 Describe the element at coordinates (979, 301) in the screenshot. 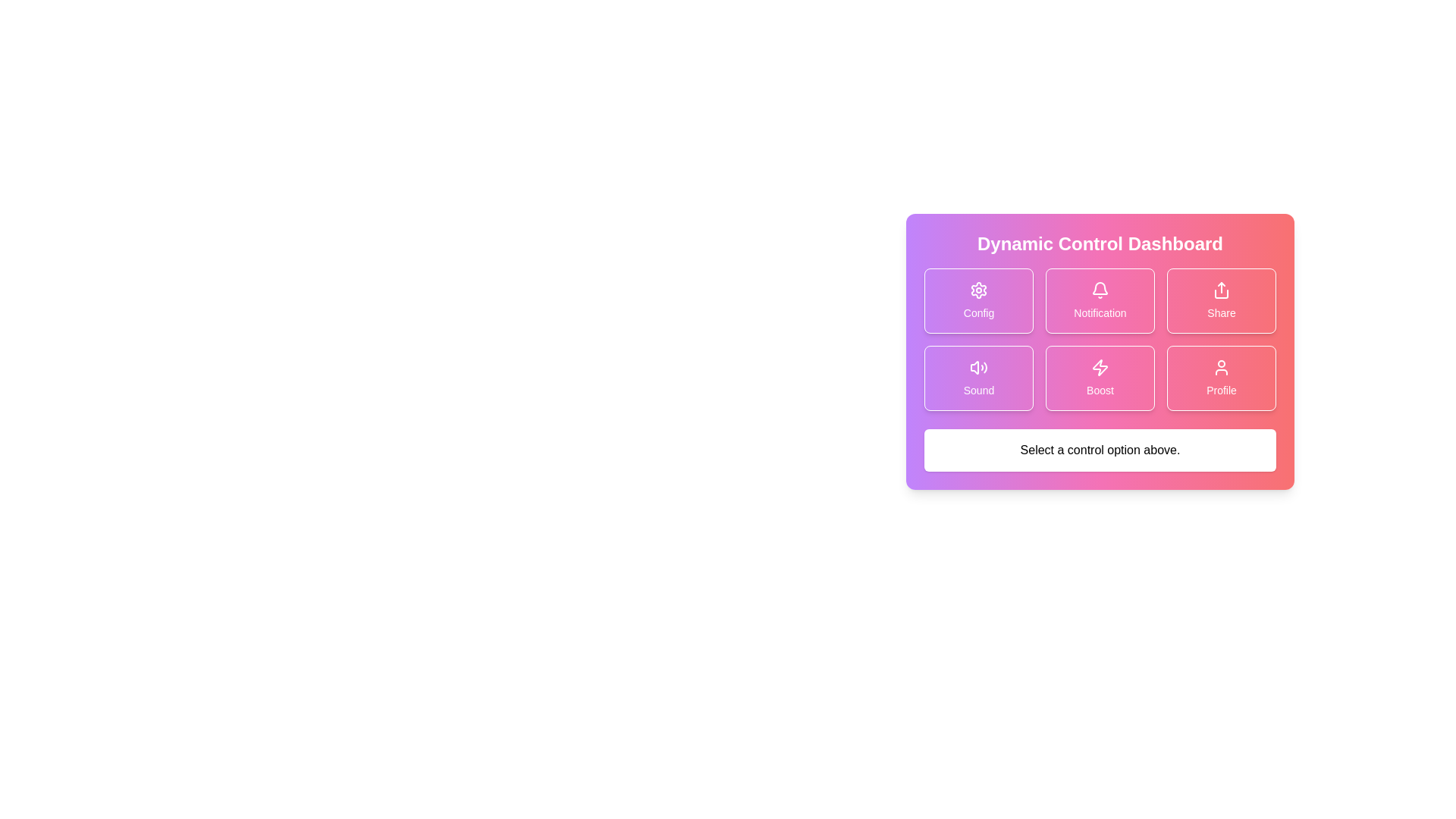

I see `the 'Config' button with a purple to pink gradient background, featuring a white gear icon and small white text underneath` at that location.